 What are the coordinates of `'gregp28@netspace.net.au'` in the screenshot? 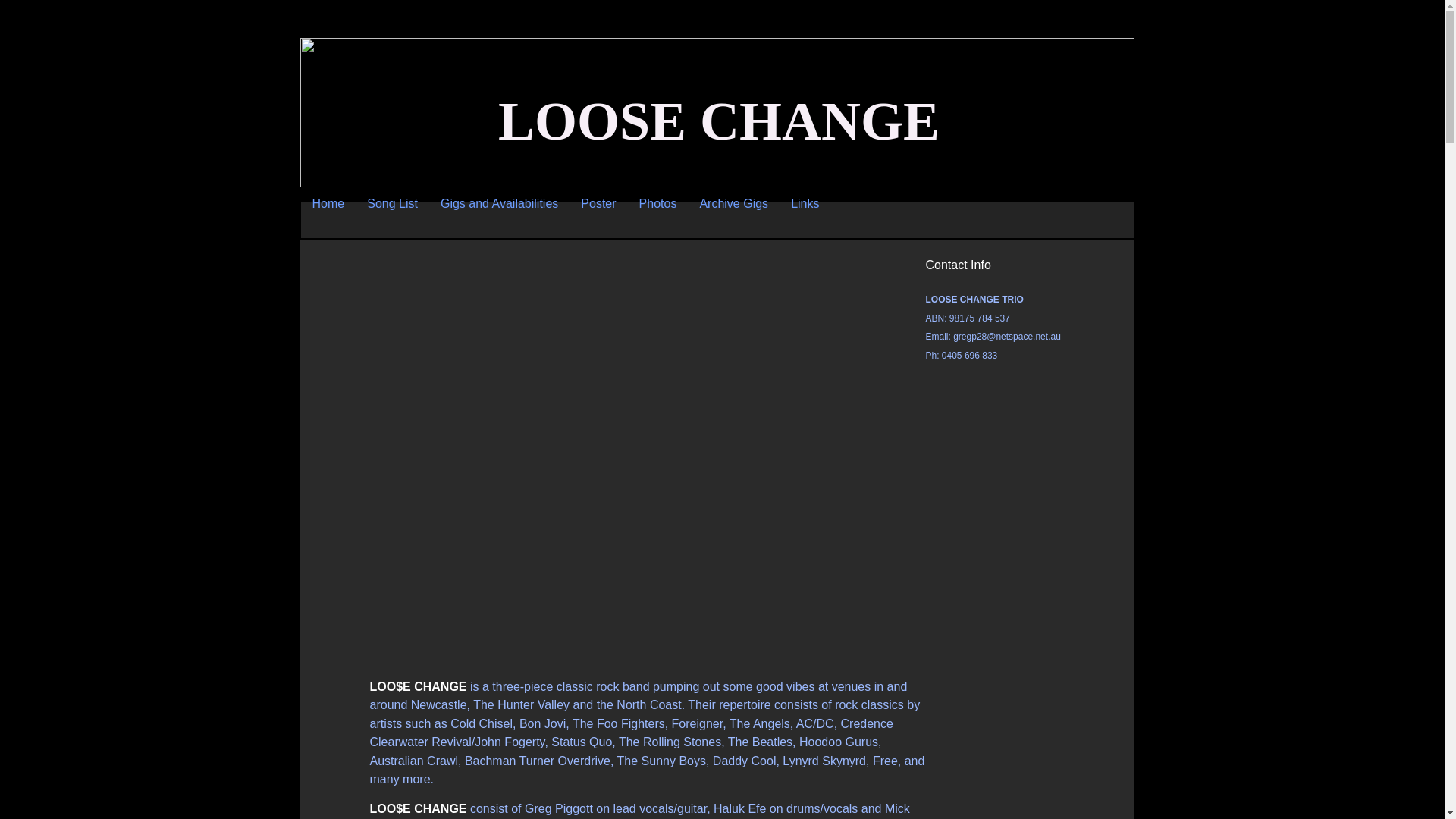 It's located at (1007, 335).